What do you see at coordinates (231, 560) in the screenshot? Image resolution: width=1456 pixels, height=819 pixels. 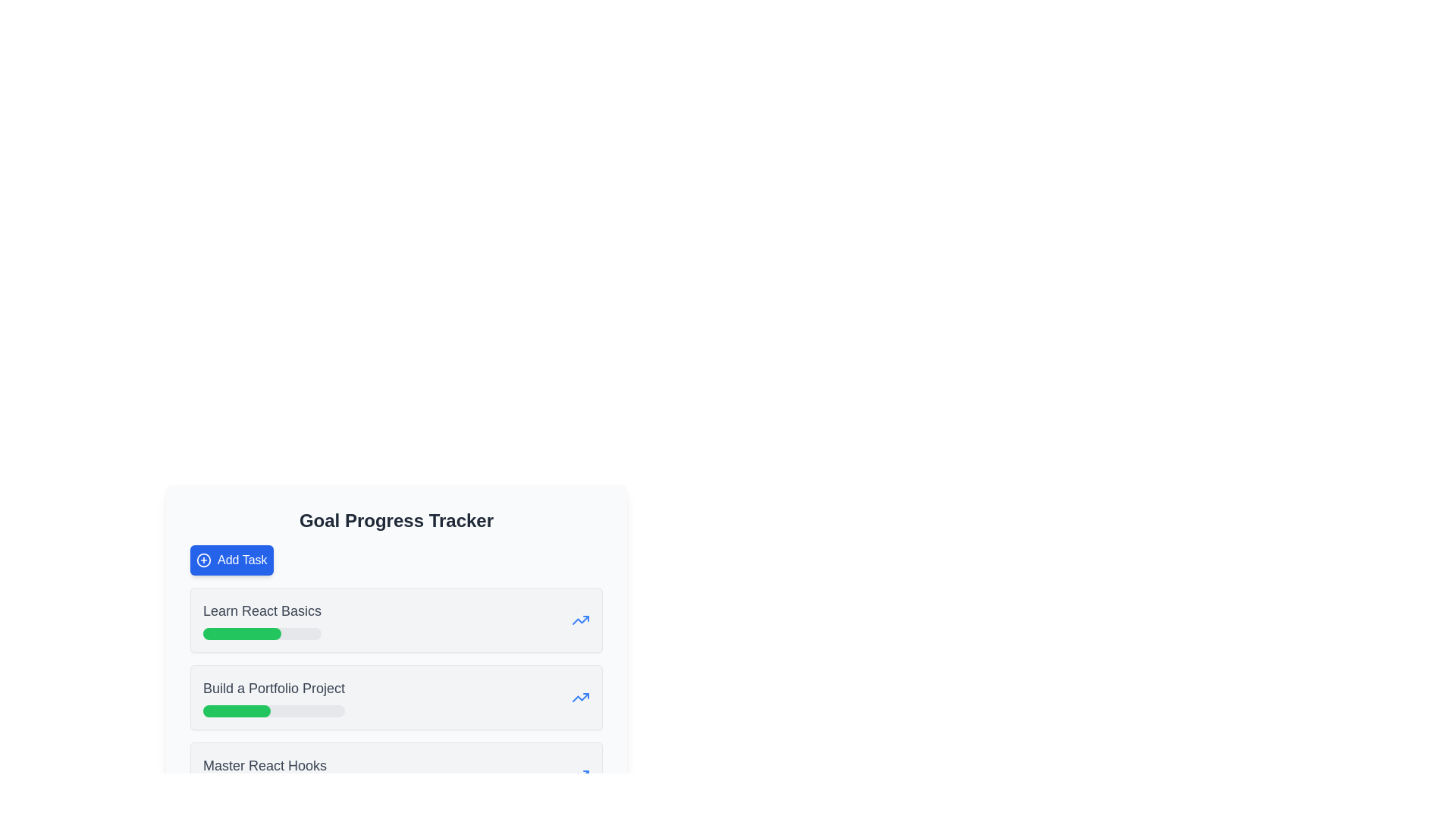 I see `the 'Add Task' button located in the top-left section of the 'Goal Progress Tracker' panel` at bounding box center [231, 560].